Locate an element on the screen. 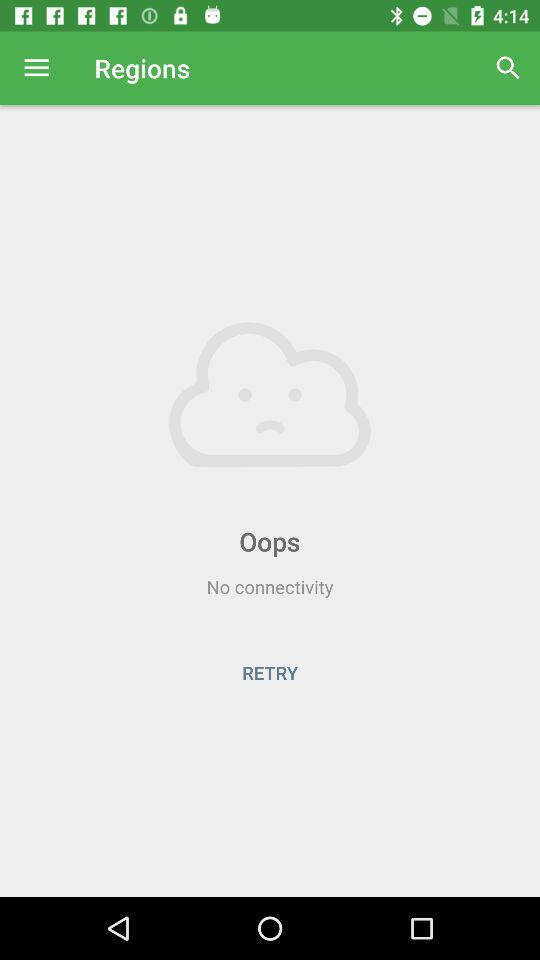  the item to the right of regions icon is located at coordinates (508, 68).